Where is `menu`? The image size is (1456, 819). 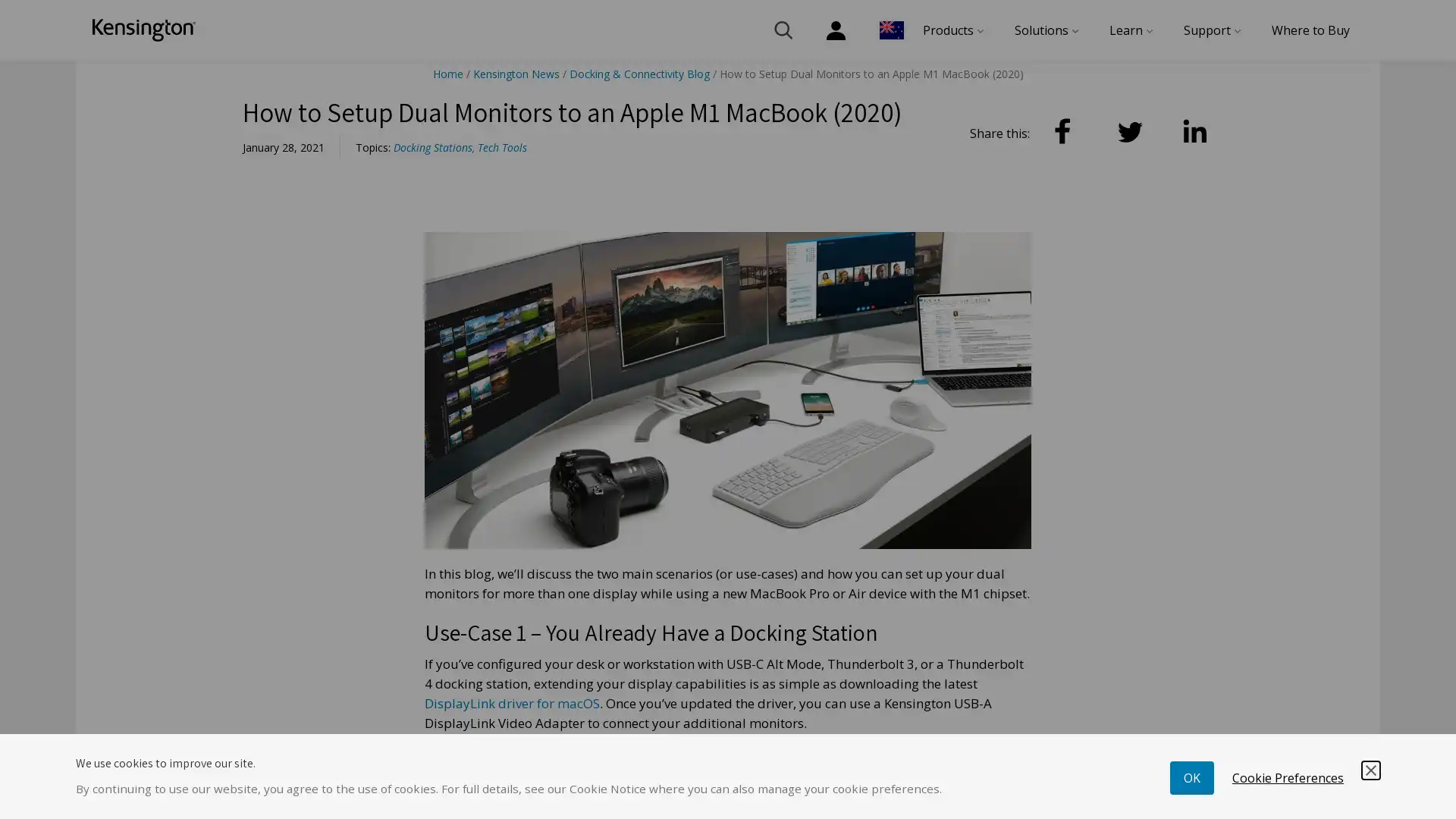
menu is located at coordinates (1238, 30).